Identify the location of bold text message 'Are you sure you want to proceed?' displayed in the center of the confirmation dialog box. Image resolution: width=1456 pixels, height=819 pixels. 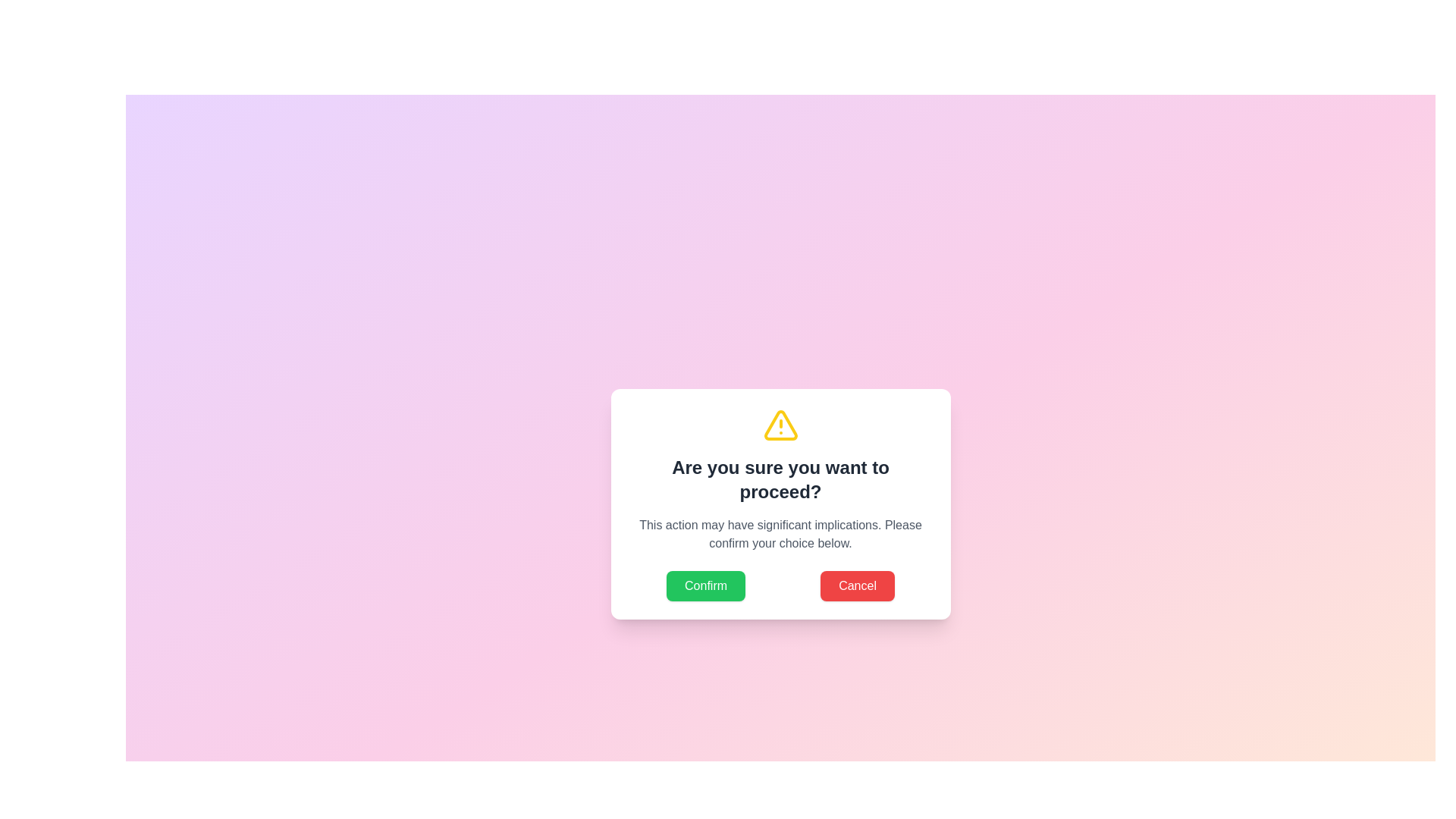
(780, 479).